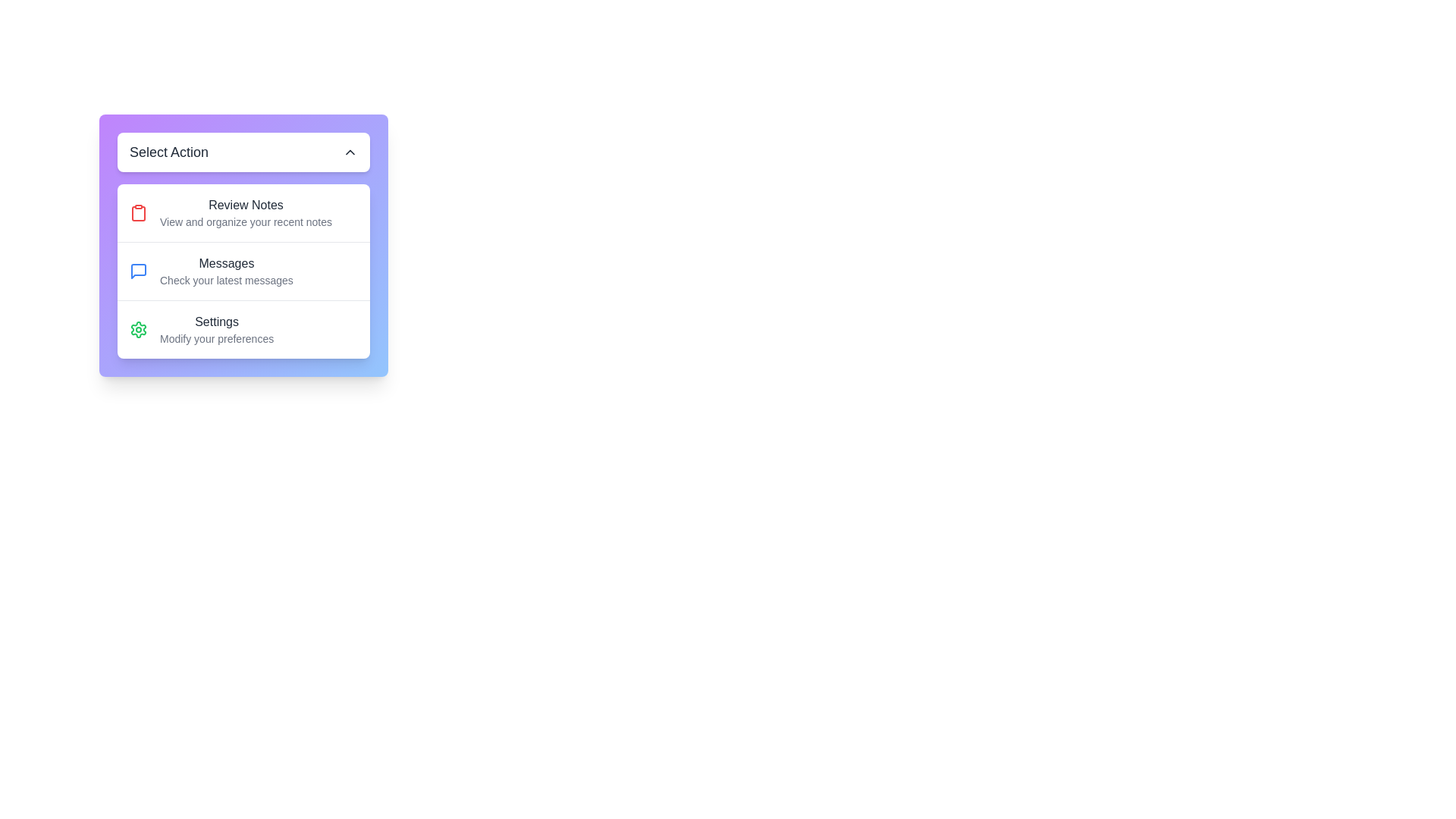 The height and width of the screenshot is (819, 1456). Describe the element at coordinates (138, 329) in the screenshot. I see `the 'Settings' icon located in the settings row at the bottom of the action selection menu` at that location.